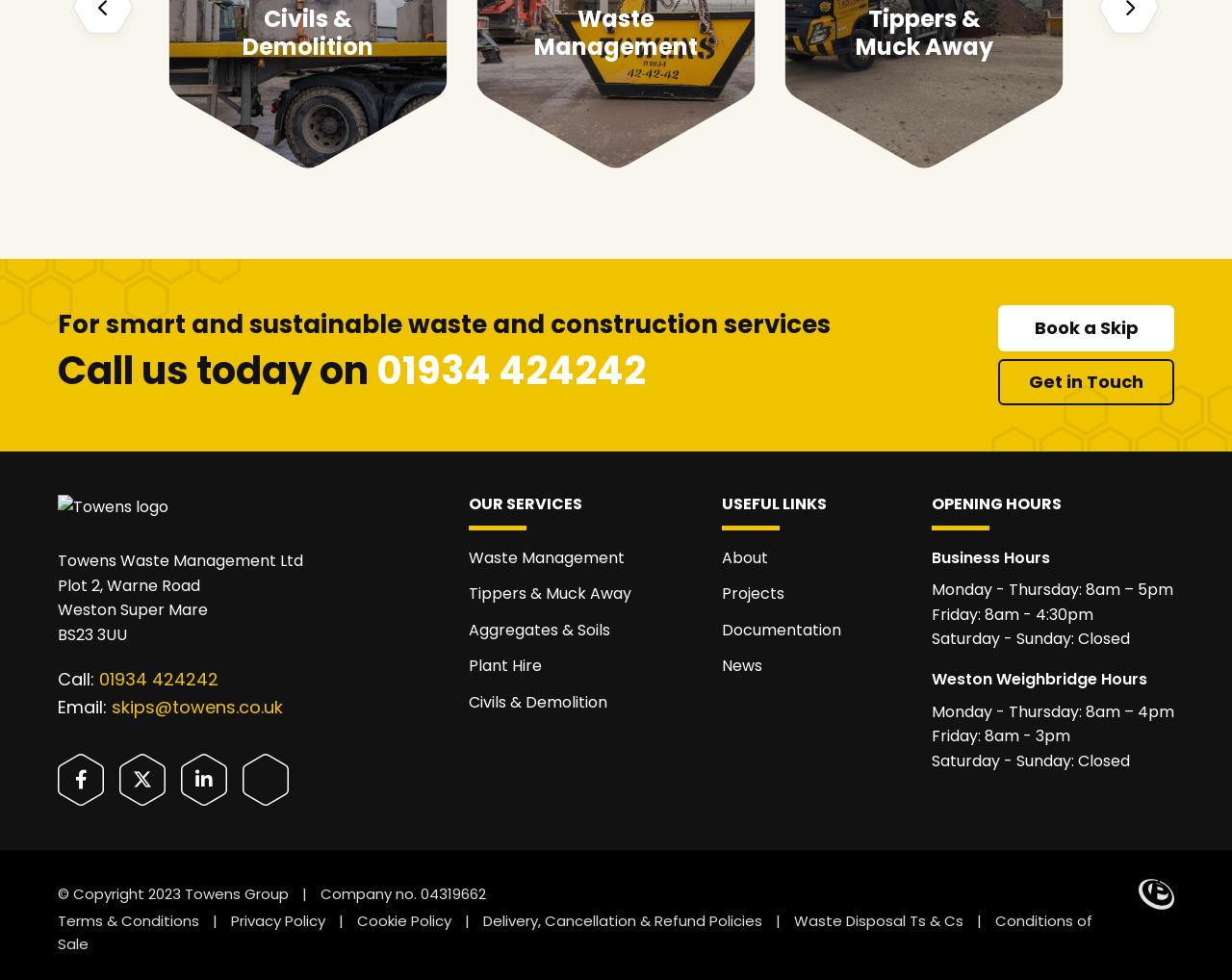 Image resolution: width=1232 pixels, height=980 pixels. I want to click on 'For smart and sustainable waste and construction services', so click(443, 322).